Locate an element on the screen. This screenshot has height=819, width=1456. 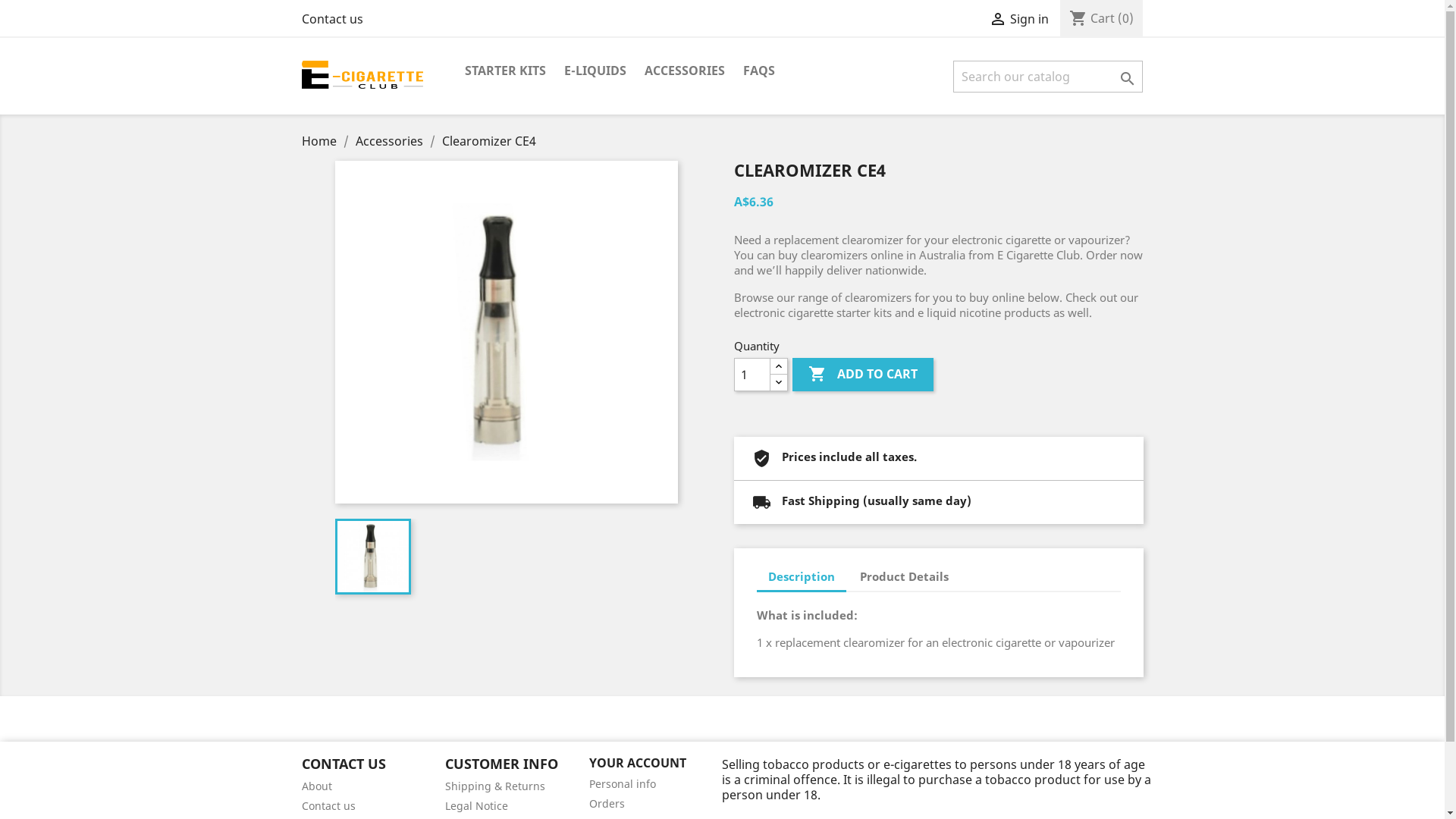
'FAQS' is located at coordinates (759, 71).